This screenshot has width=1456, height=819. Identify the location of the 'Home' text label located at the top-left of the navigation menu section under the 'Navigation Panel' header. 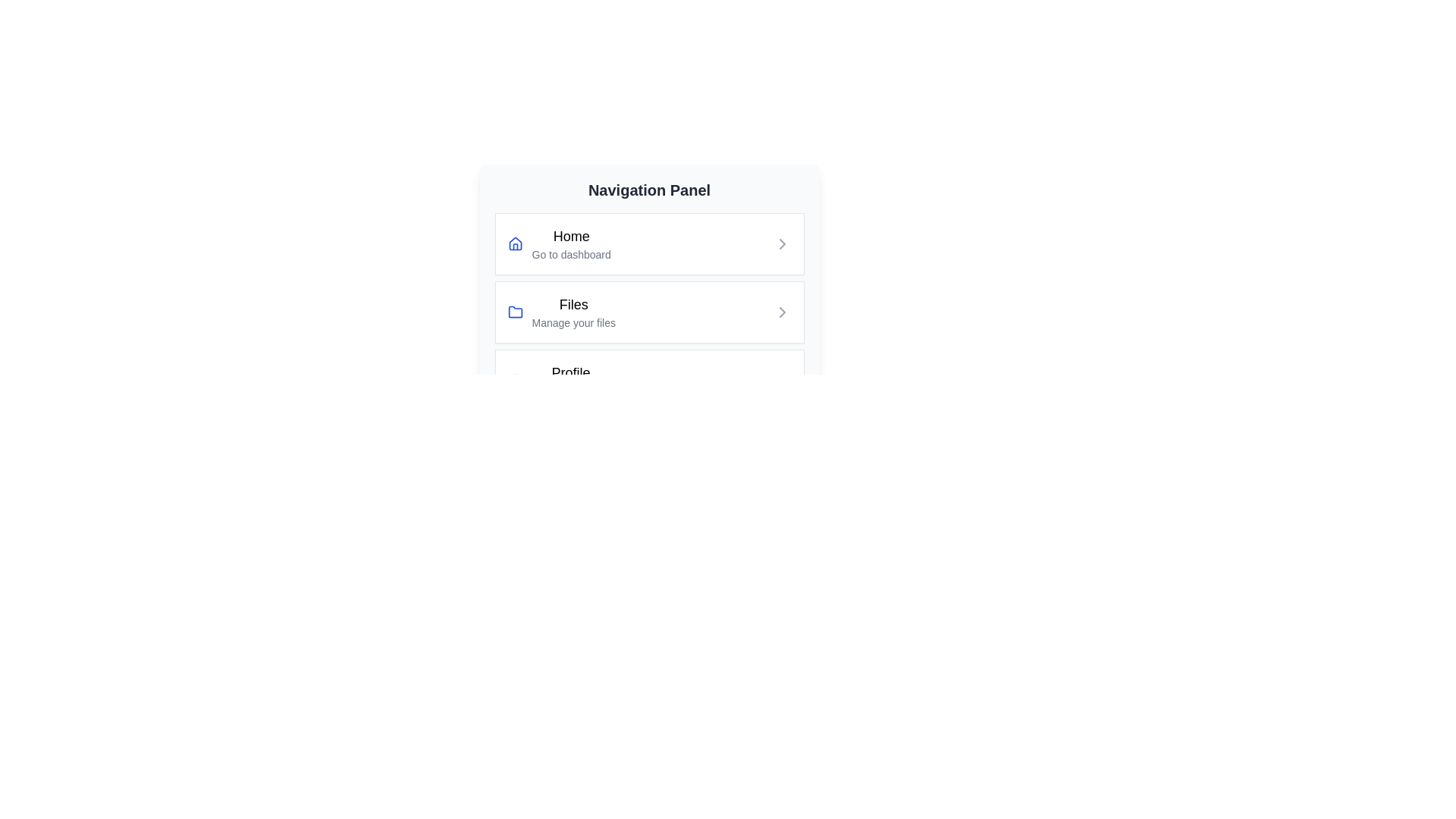
(570, 237).